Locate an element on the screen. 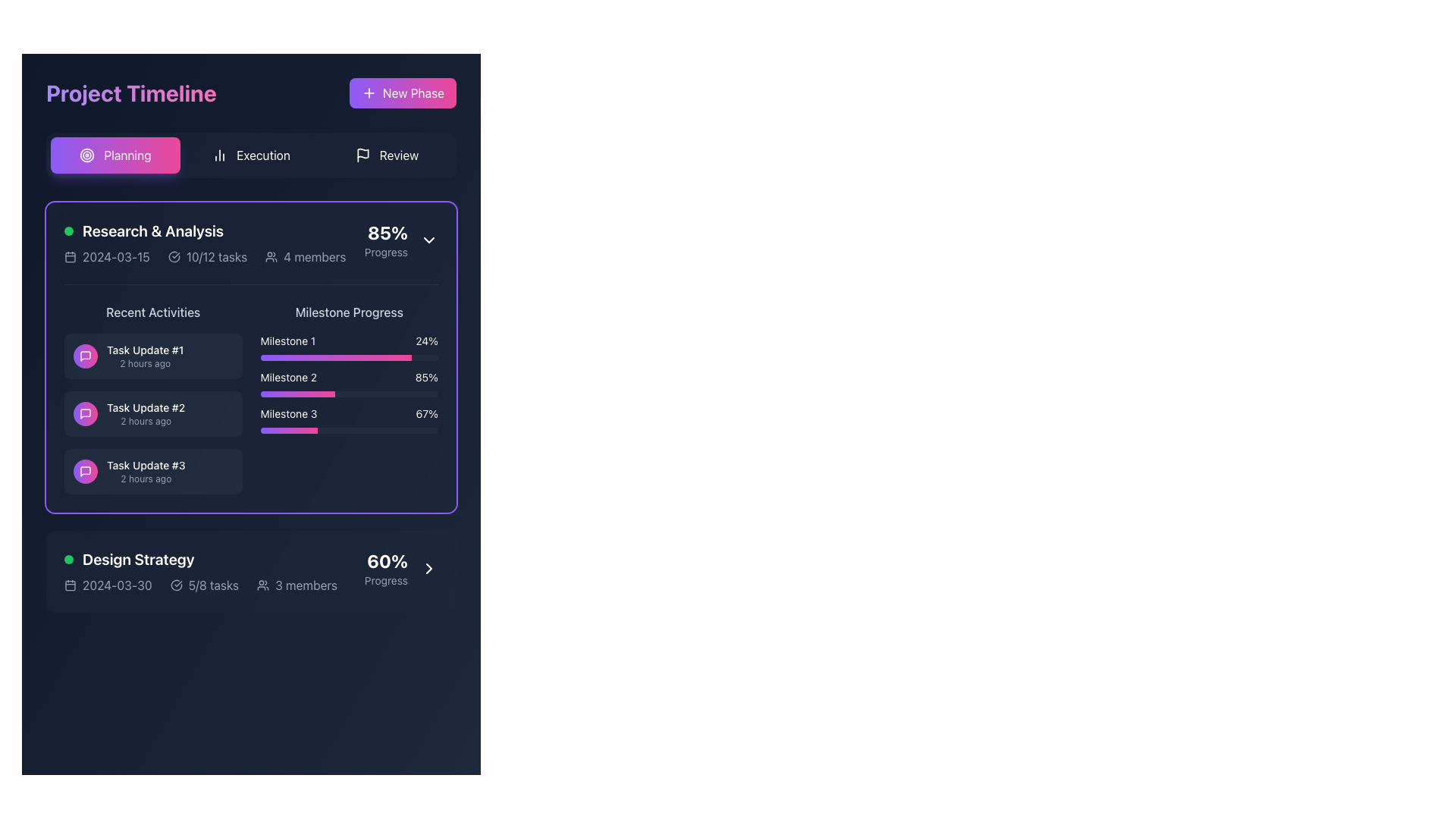 This screenshot has height=819, width=1456. the milestone completion percentage label located to the right of the 'Milestone 1' text within the 'Research & Analysis' card is located at coordinates (426, 341).